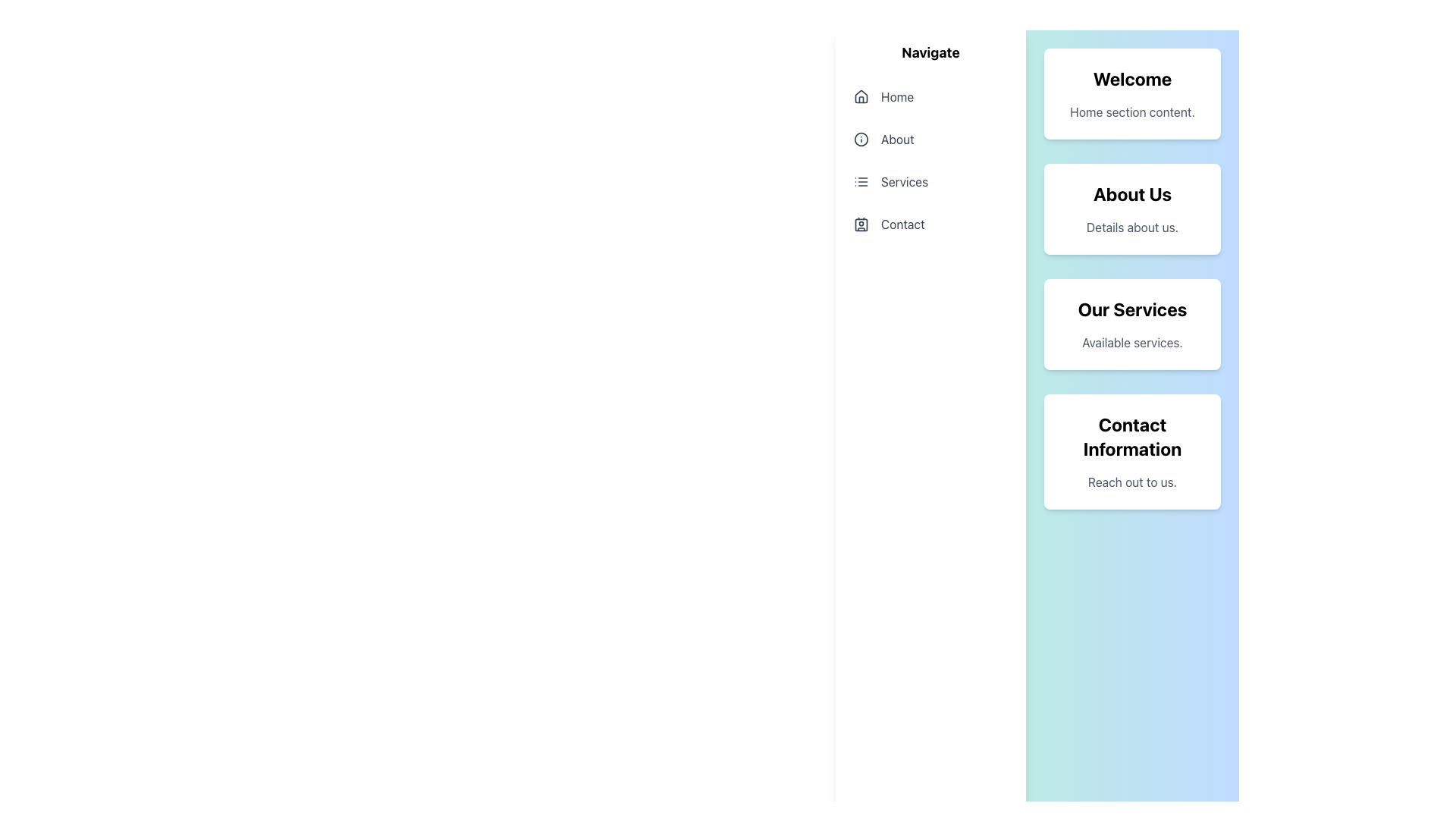 The height and width of the screenshot is (819, 1456). Describe the element at coordinates (1132, 451) in the screenshot. I see `the fourth informational card in the vertical list that provides contact information, located in the right-hand section of the layout` at that location.